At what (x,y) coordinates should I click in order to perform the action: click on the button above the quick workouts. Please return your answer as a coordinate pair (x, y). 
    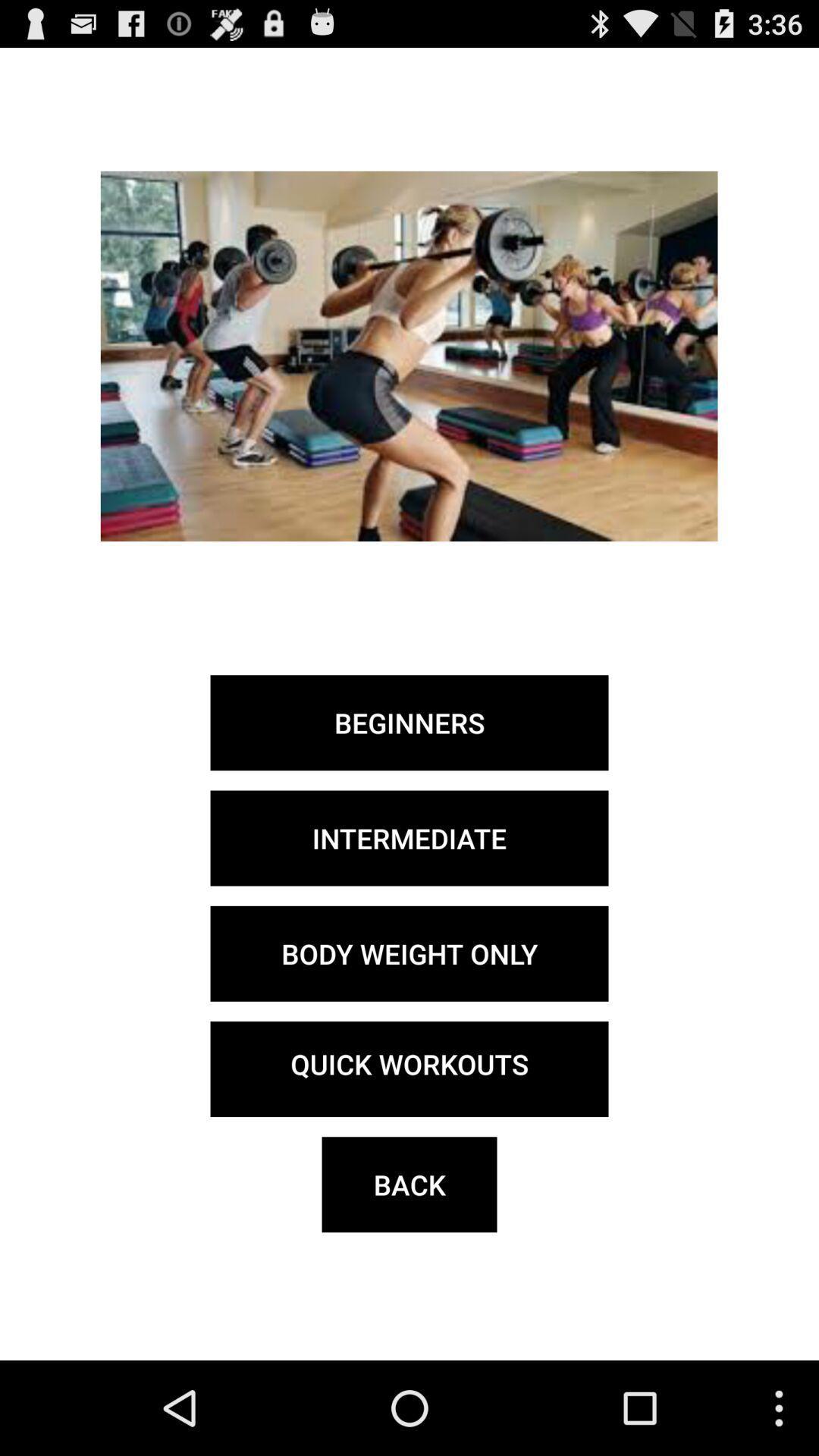
    Looking at the image, I should click on (409, 952).